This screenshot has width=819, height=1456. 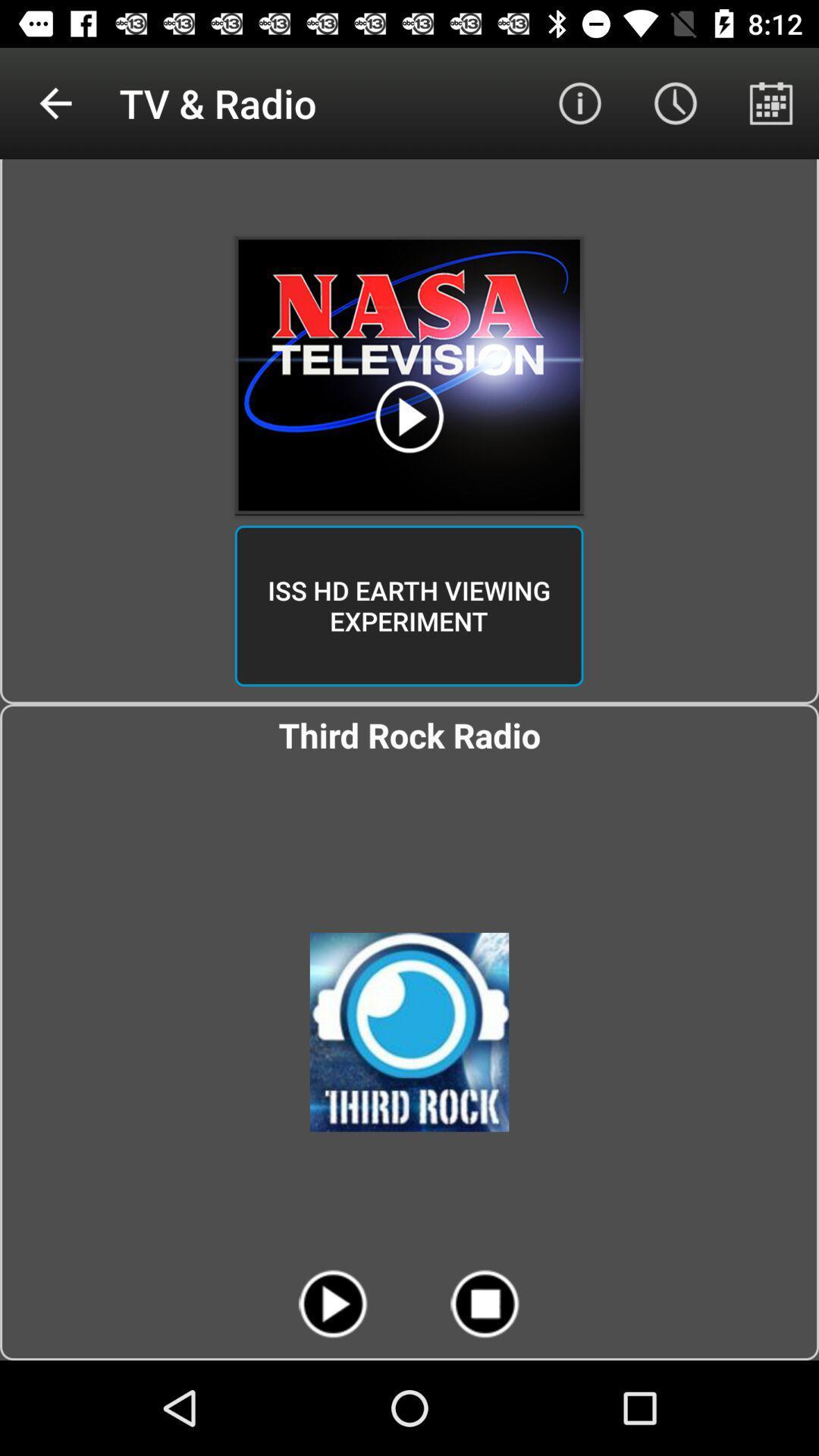 What do you see at coordinates (771, 103) in the screenshot?
I see `the icon on the top right of the web page beside clock icon` at bounding box center [771, 103].